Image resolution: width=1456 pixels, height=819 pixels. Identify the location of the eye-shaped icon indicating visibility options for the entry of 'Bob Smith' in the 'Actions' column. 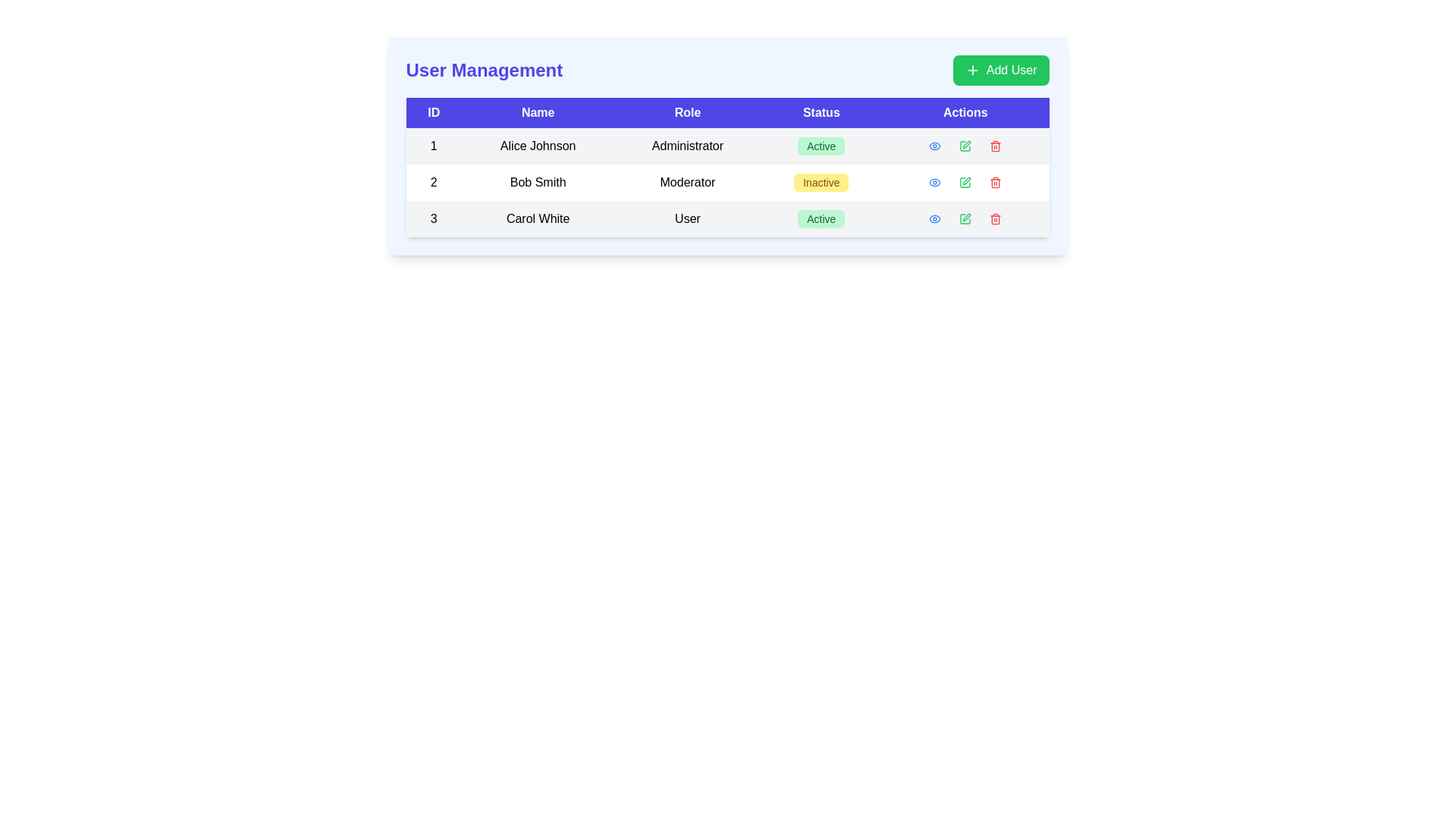
(934, 181).